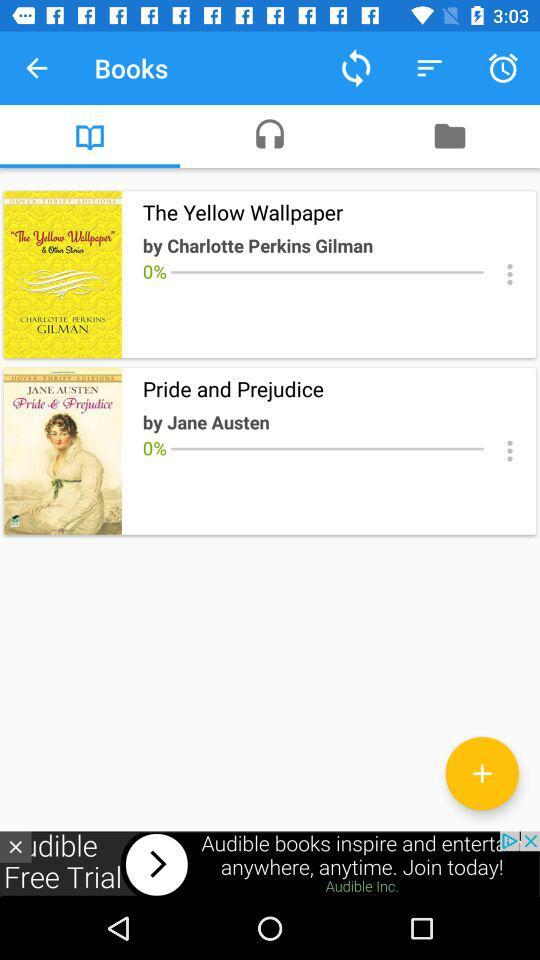 This screenshot has width=540, height=960. What do you see at coordinates (509, 273) in the screenshot?
I see `share the article` at bounding box center [509, 273].